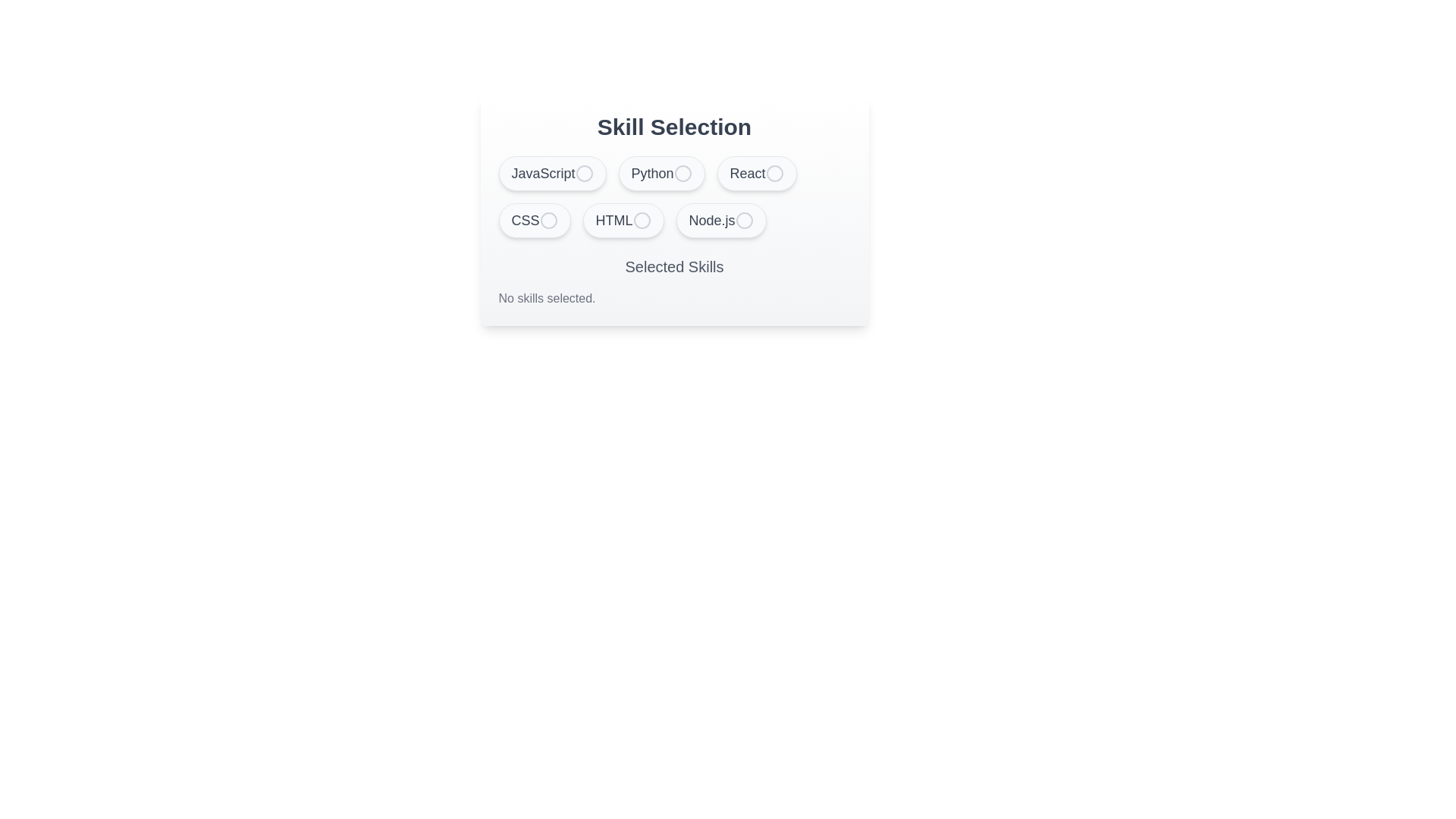  I want to click on the static text indicating that no skills are currently selected by the user, located in the 'Selected Skills' area beneath the skill selection options, so click(546, 298).